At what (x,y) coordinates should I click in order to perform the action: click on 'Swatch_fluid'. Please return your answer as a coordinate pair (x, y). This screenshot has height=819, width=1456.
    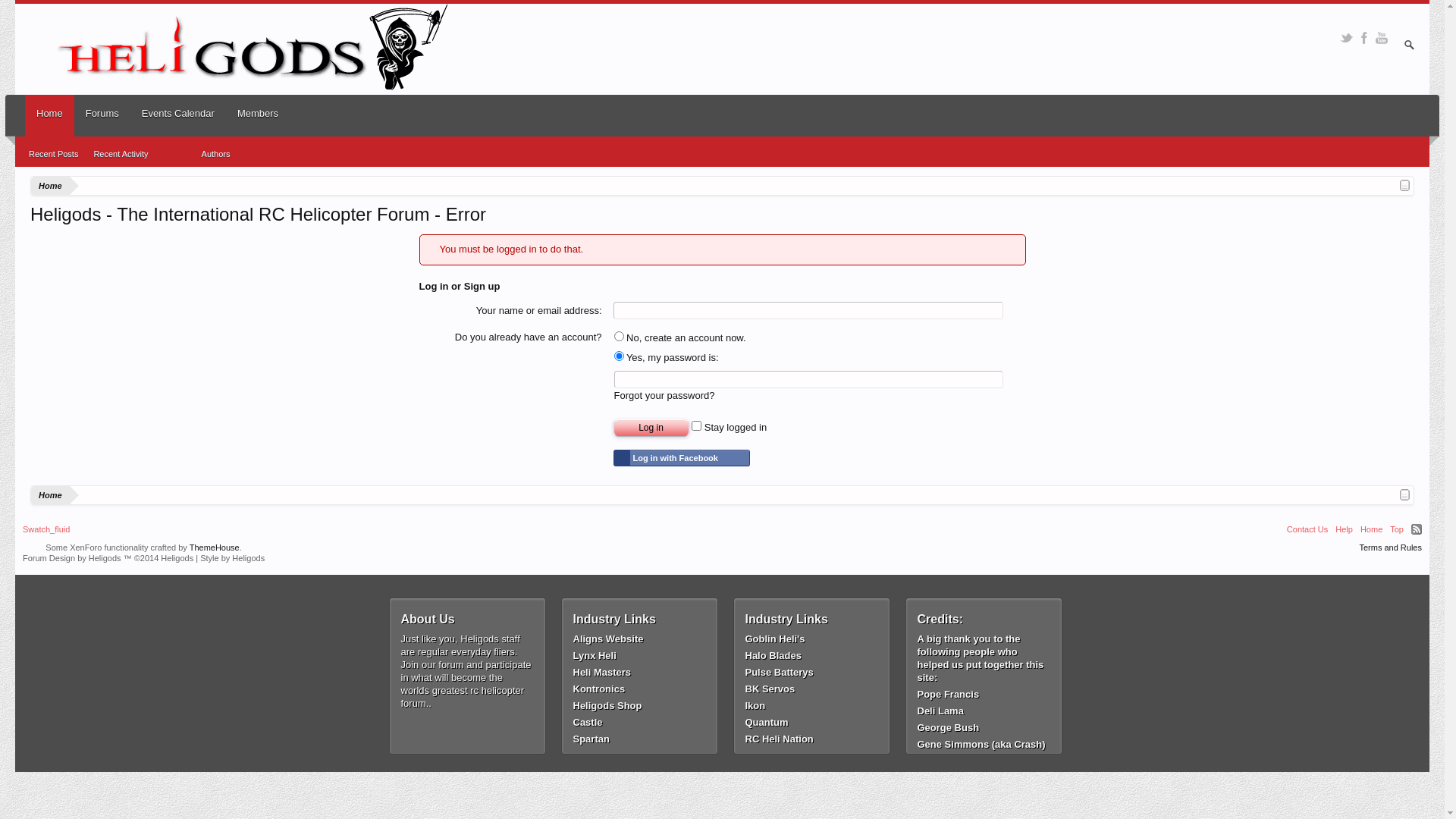
    Looking at the image, I should click on (46, 529).